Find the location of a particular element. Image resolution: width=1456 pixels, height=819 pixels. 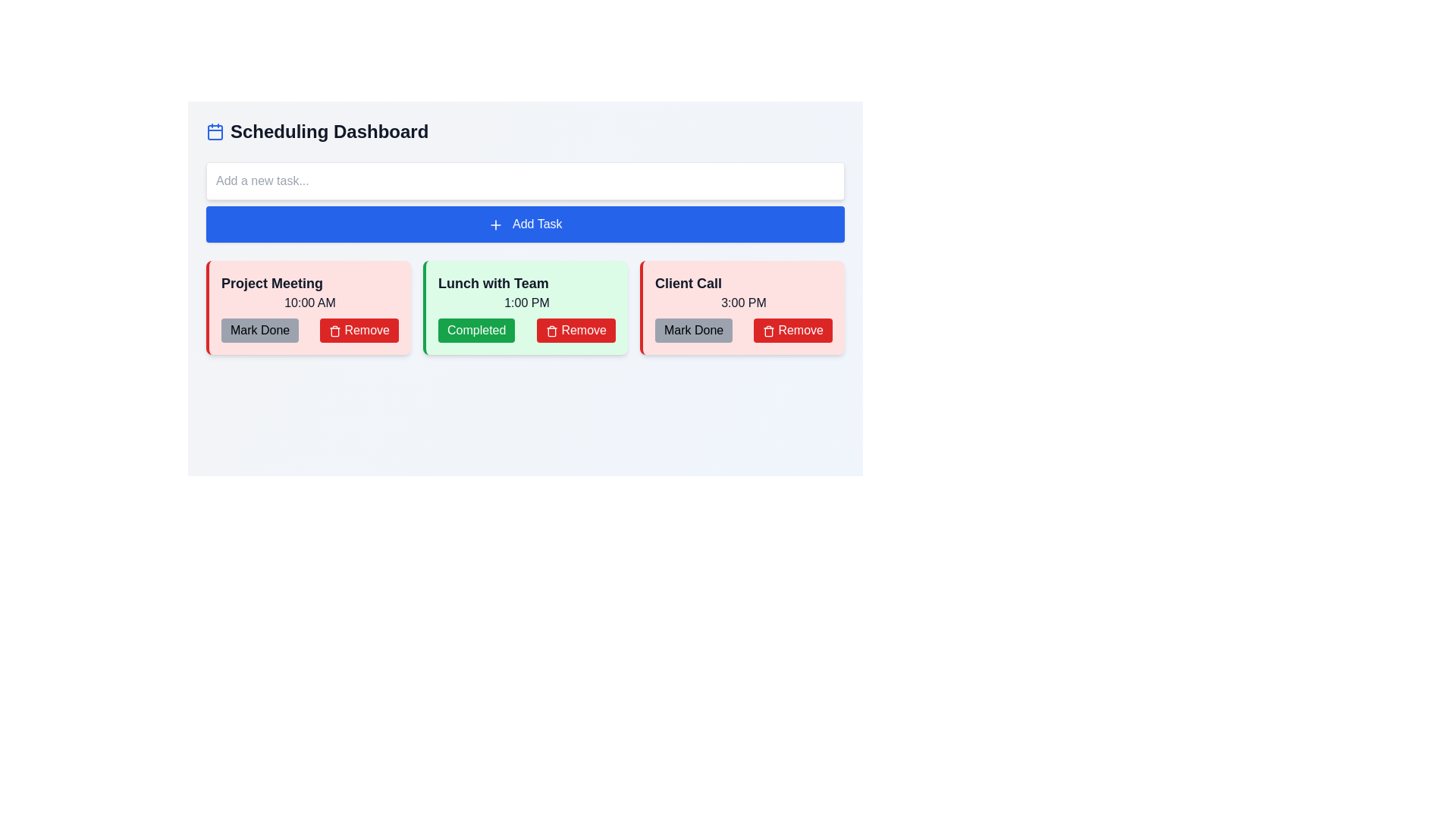

the text label that contains 'Lunch with Team', which is displayed in bold and larger font on a light green background is located at coordinates (527, 284).